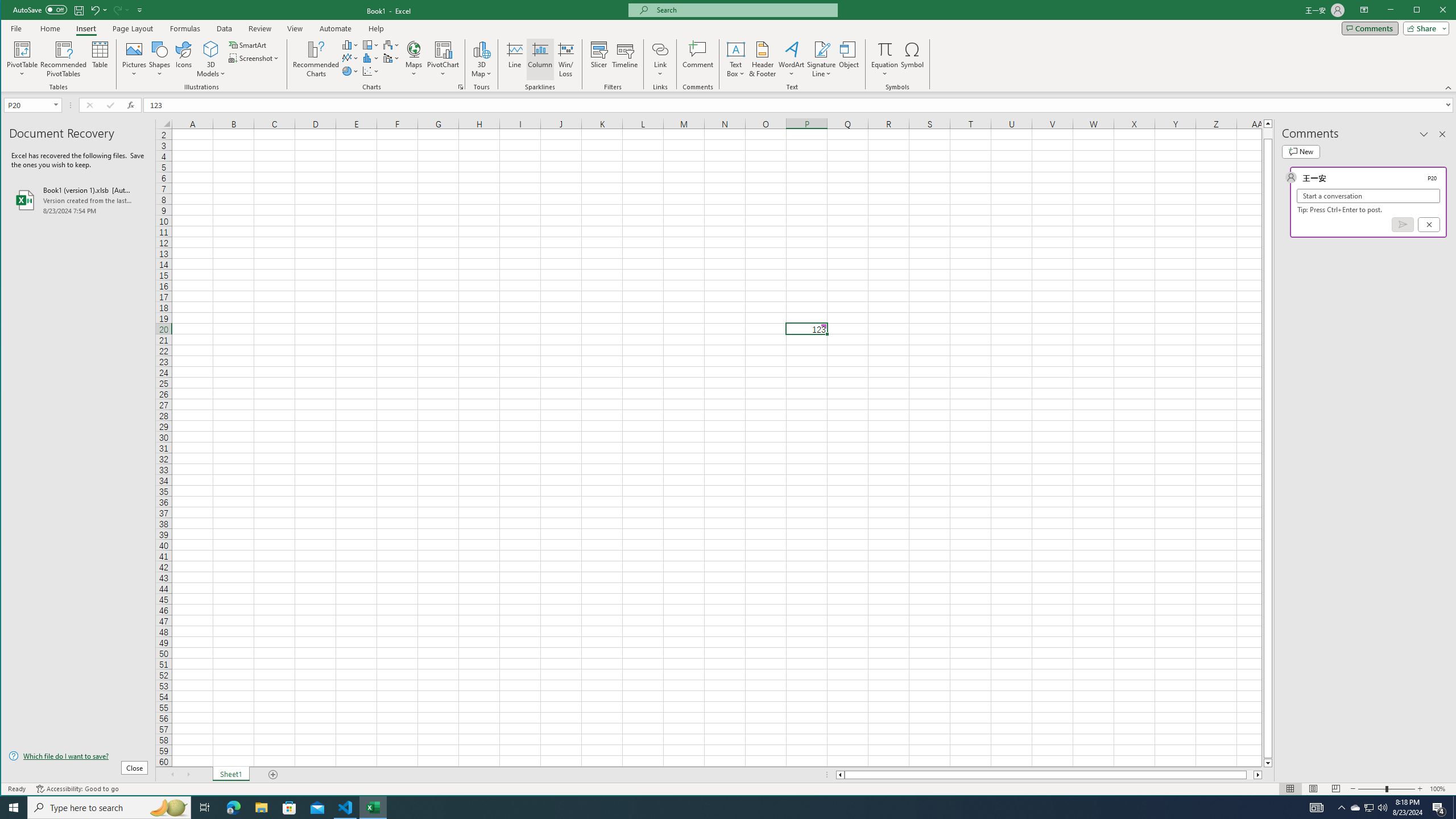  What do you see at coordinates (345, 806) in the screenshot?
I see `'Visual Studio Code - 1 running window'` at bounding box center [345, 806].